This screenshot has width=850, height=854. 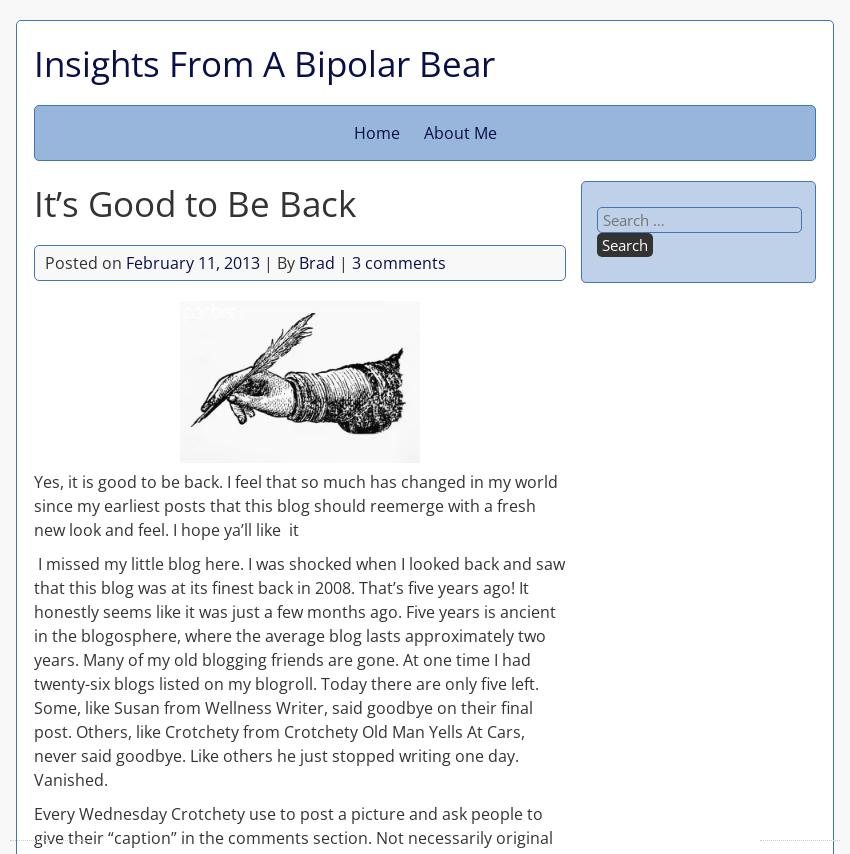 I want to click on 'Yes, it is good to be back. I feel that so much has changed in my world since my earliest posts that this blog should reemerge with a fresh new look and feel. I hope ya’ll like  it', so click(x=294, y=503).